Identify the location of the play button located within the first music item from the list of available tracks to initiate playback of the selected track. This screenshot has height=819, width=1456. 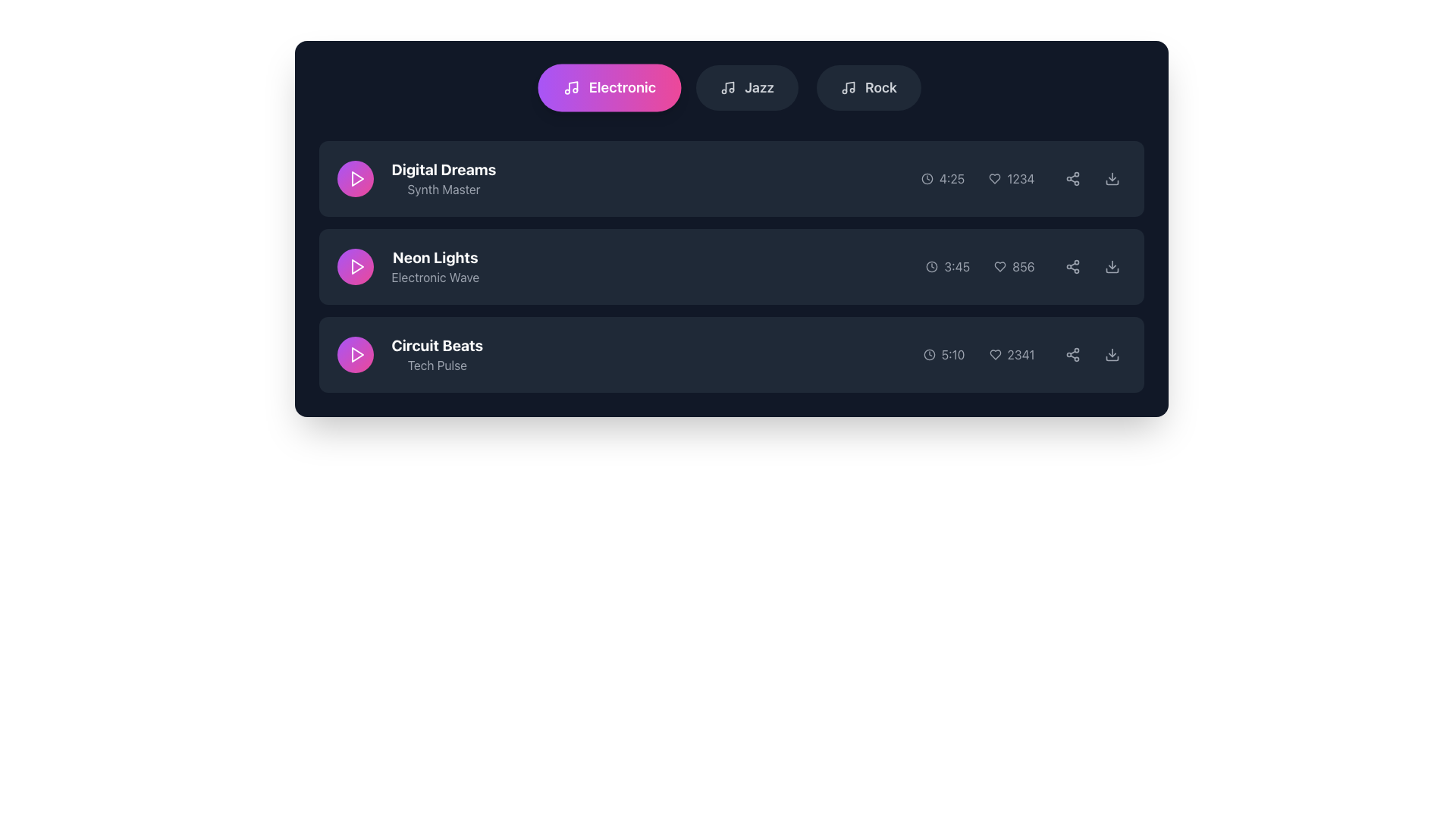
(356, 177).